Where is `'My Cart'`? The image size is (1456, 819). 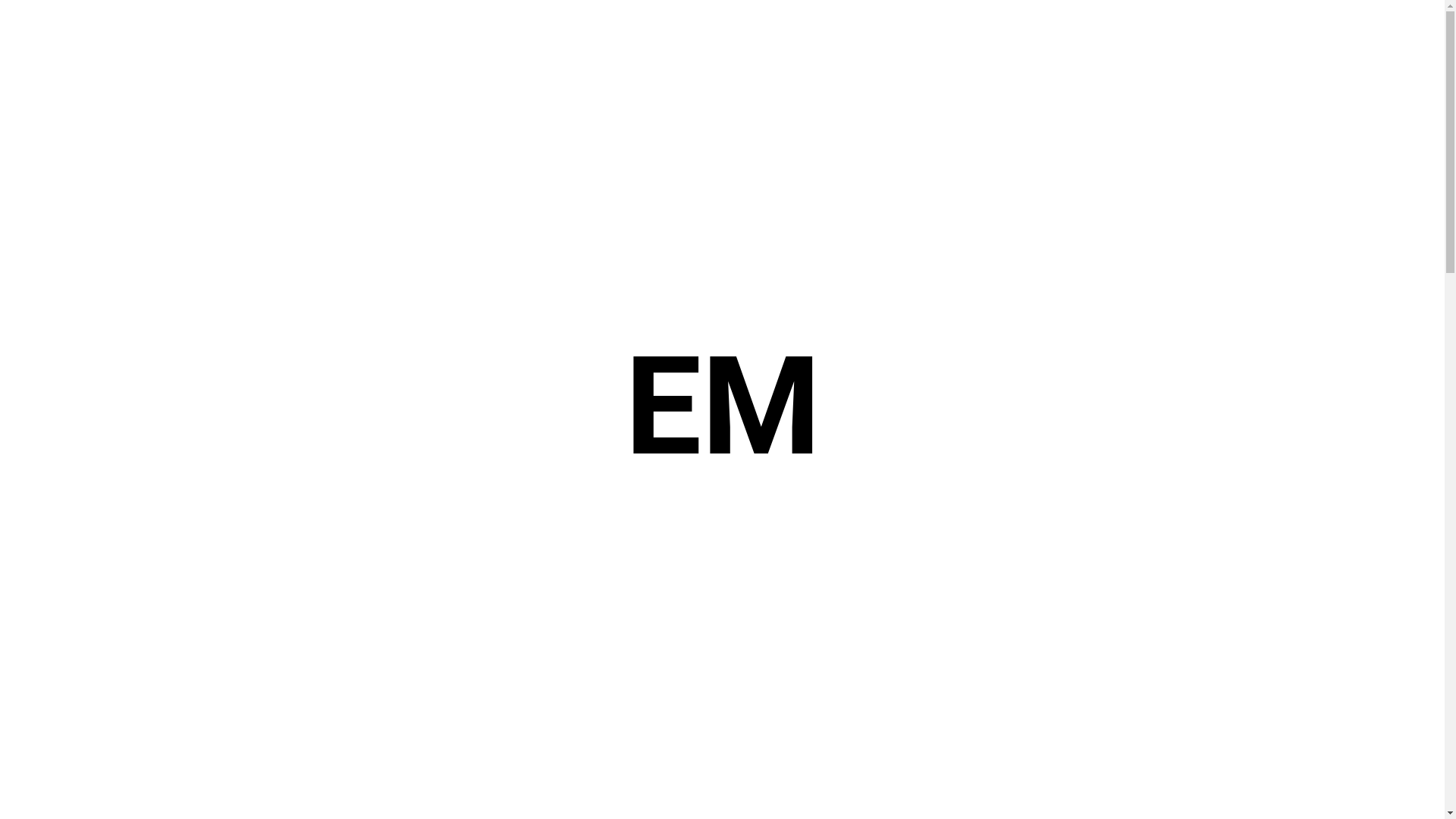 'My Cart' is located at coordinates (1350, 34).